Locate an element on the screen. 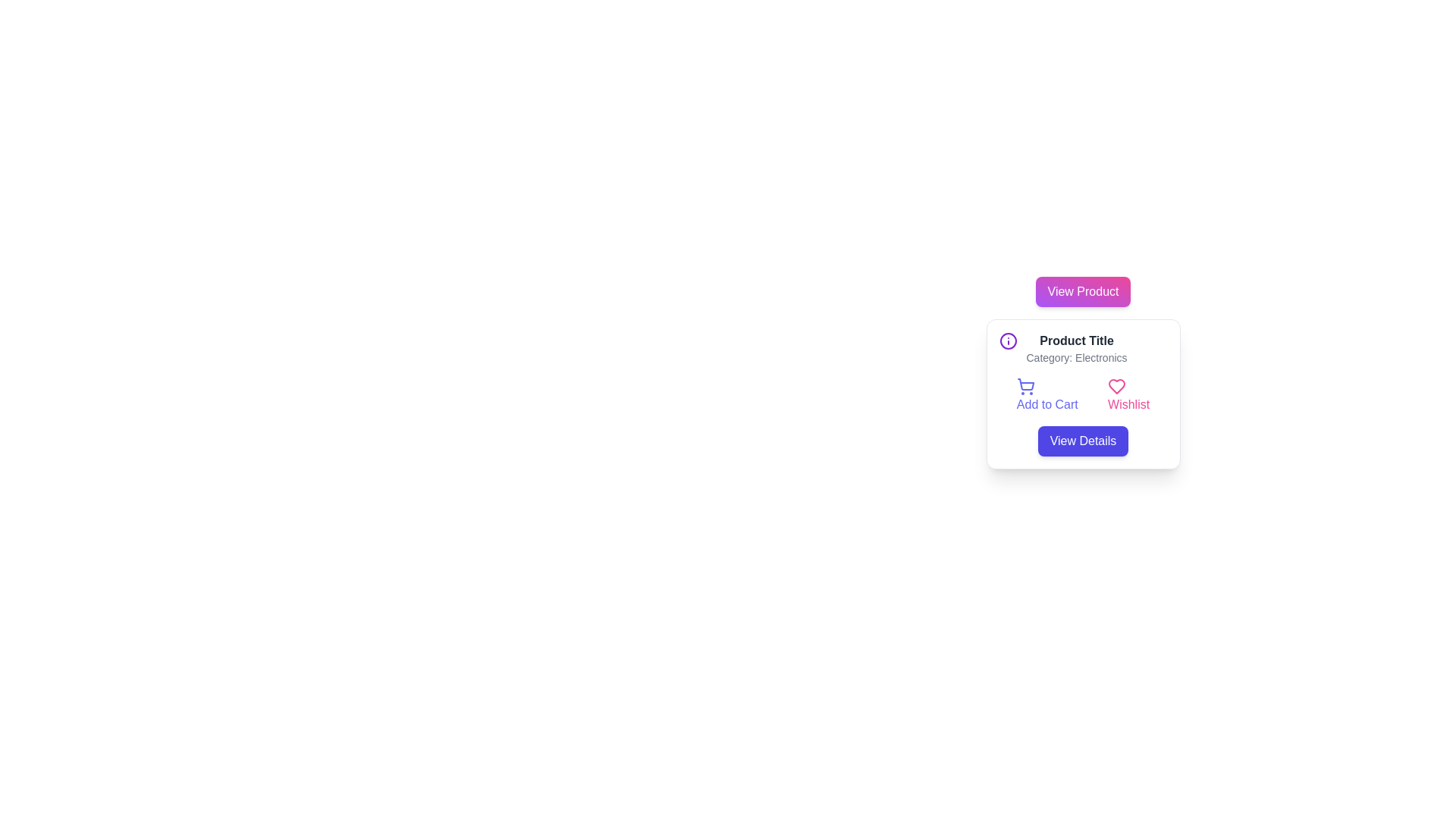 This screenshot has height=819, width=1456. the shopping cart icon that visually represents the cart component in the interface, located to the left of the 'Add to Cart' label is located at coordinates (1025, 384).